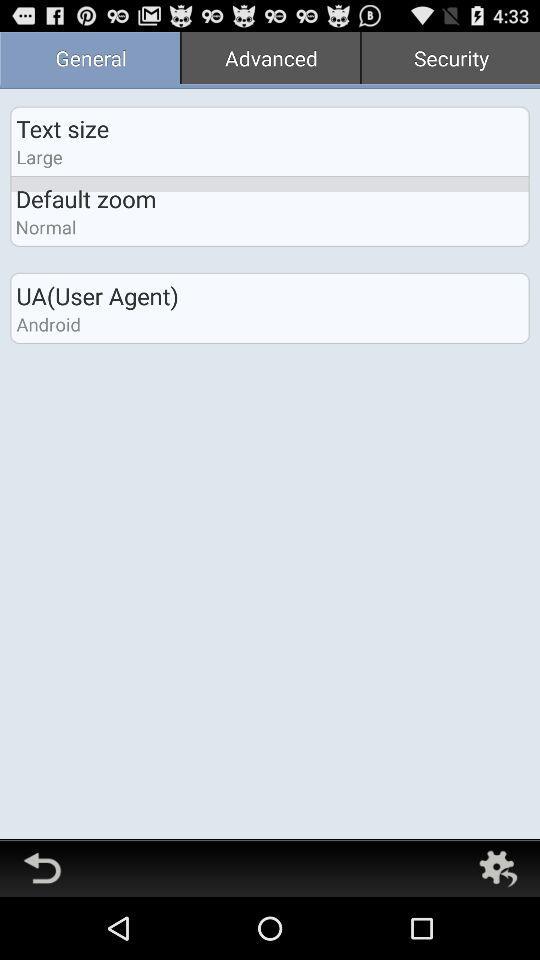 Image resolution: width=540 pixels, height=960 pixels. I want to click on item above the text size item, so click(89, 59).